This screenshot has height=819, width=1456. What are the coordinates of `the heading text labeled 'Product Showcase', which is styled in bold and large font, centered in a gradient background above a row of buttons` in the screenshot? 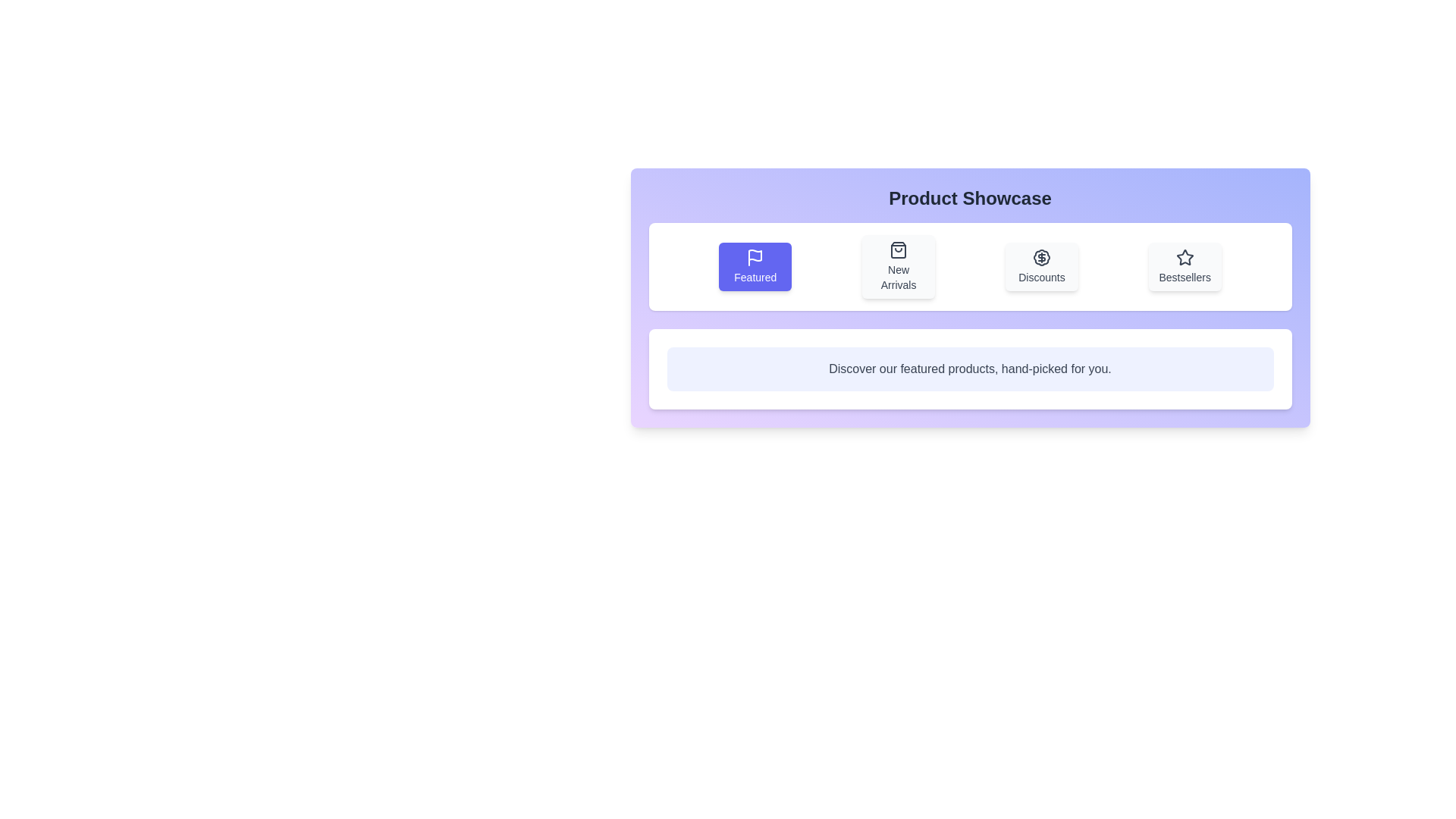 It's located at (969, 198).